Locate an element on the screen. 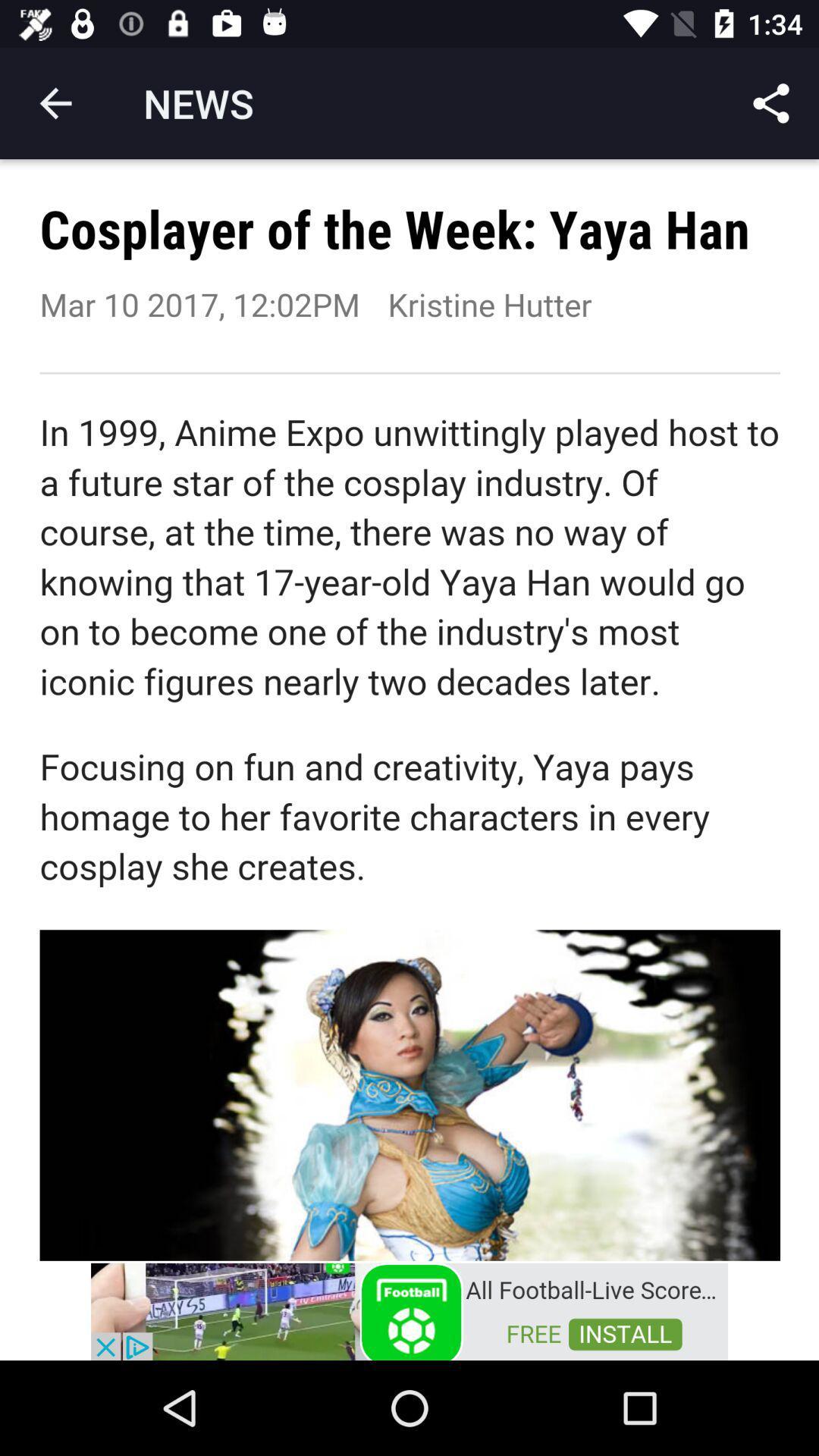 Image resolution: width=819 pixels, height=1456 pixels. article in middle is located at coordinates (409, 709).